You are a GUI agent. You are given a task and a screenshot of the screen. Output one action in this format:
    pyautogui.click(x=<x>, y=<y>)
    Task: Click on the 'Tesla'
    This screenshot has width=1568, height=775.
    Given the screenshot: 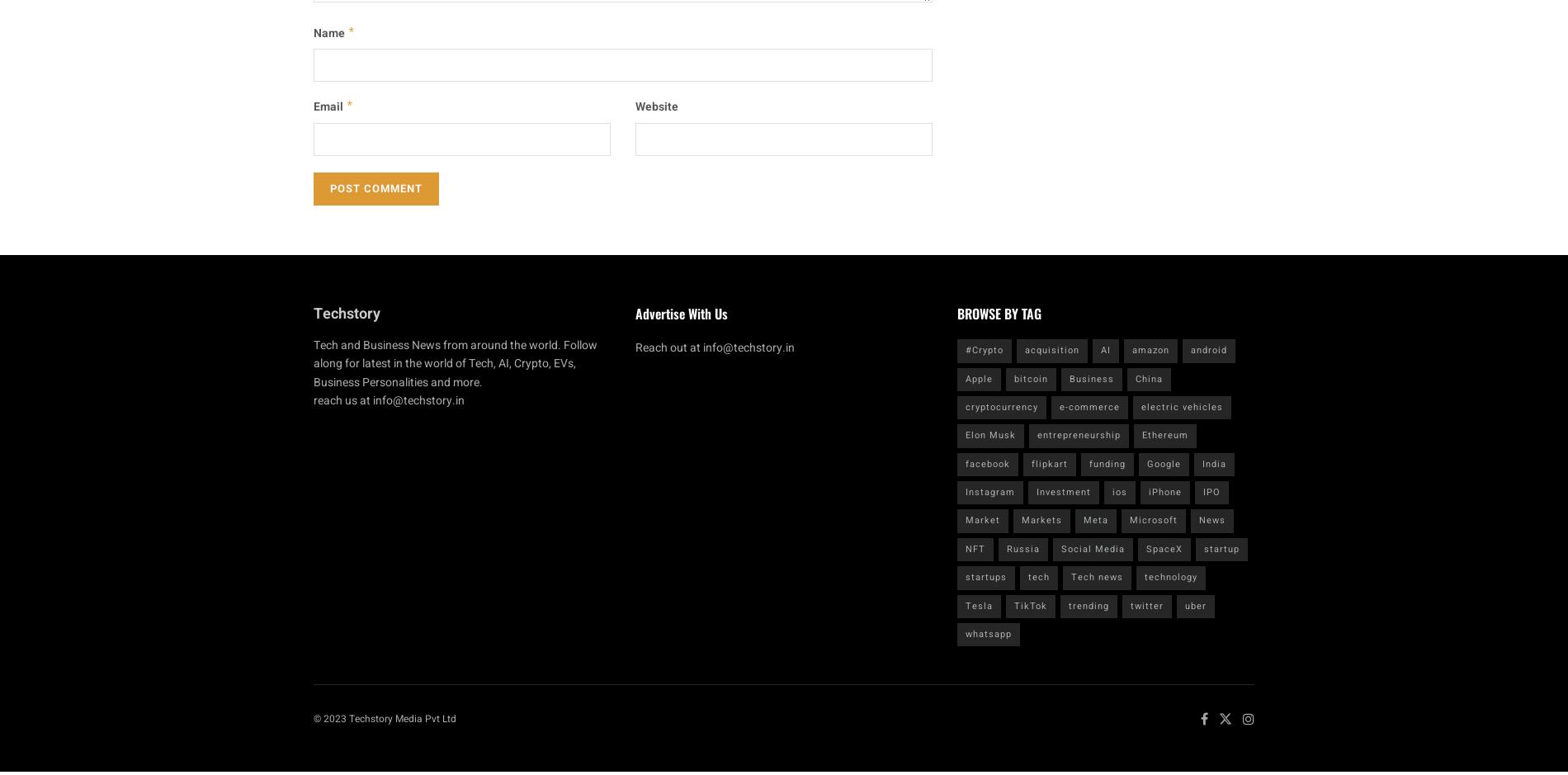 What is the action you would take?
    pyautogui.click(x=979, y=605)
    